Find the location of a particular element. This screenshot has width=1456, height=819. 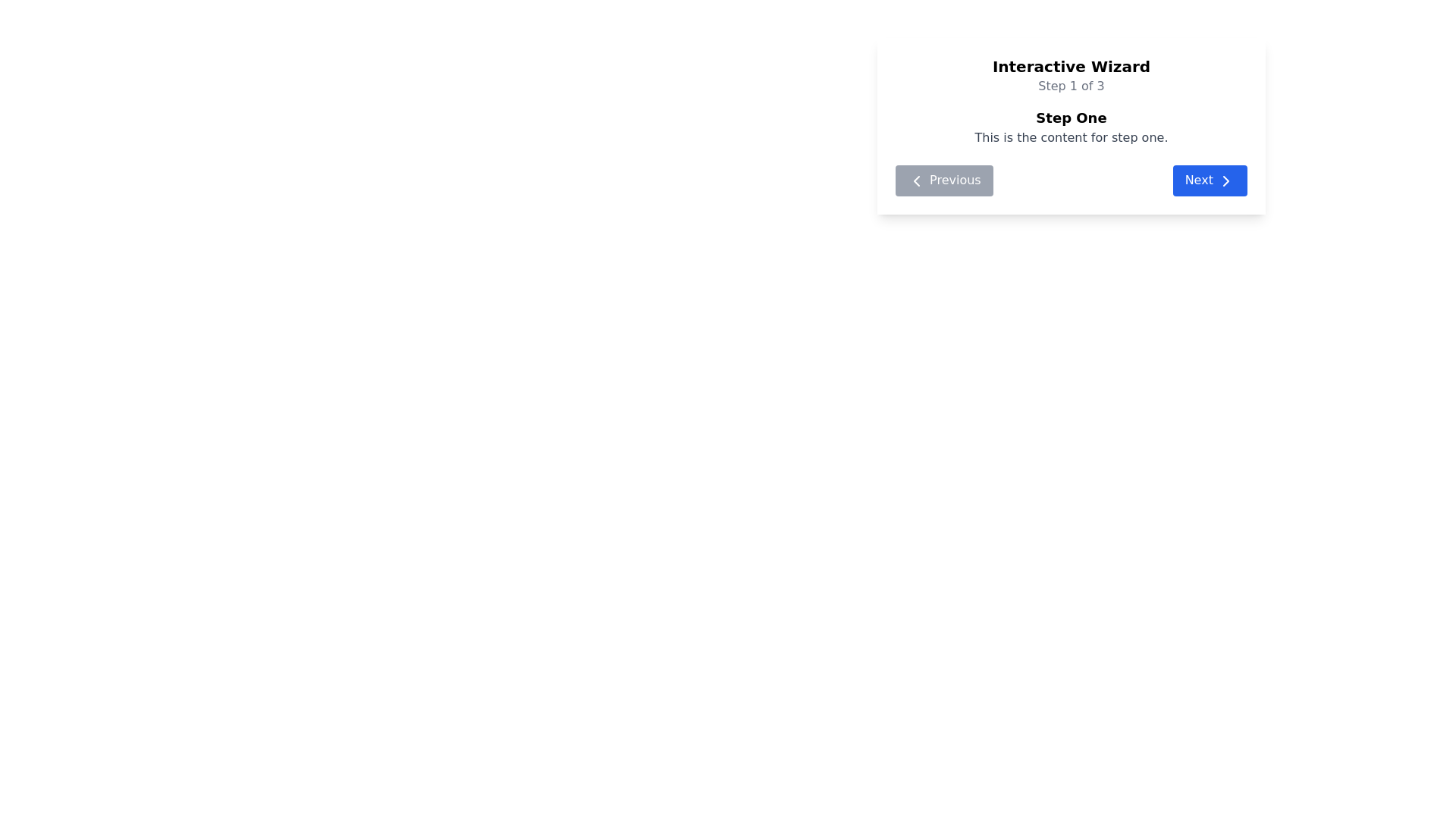

the right-facing arrow icon on the 'Next' button to proceed to the next step in the 'Interactive Wizard' is located at coordinates (1226, 180).